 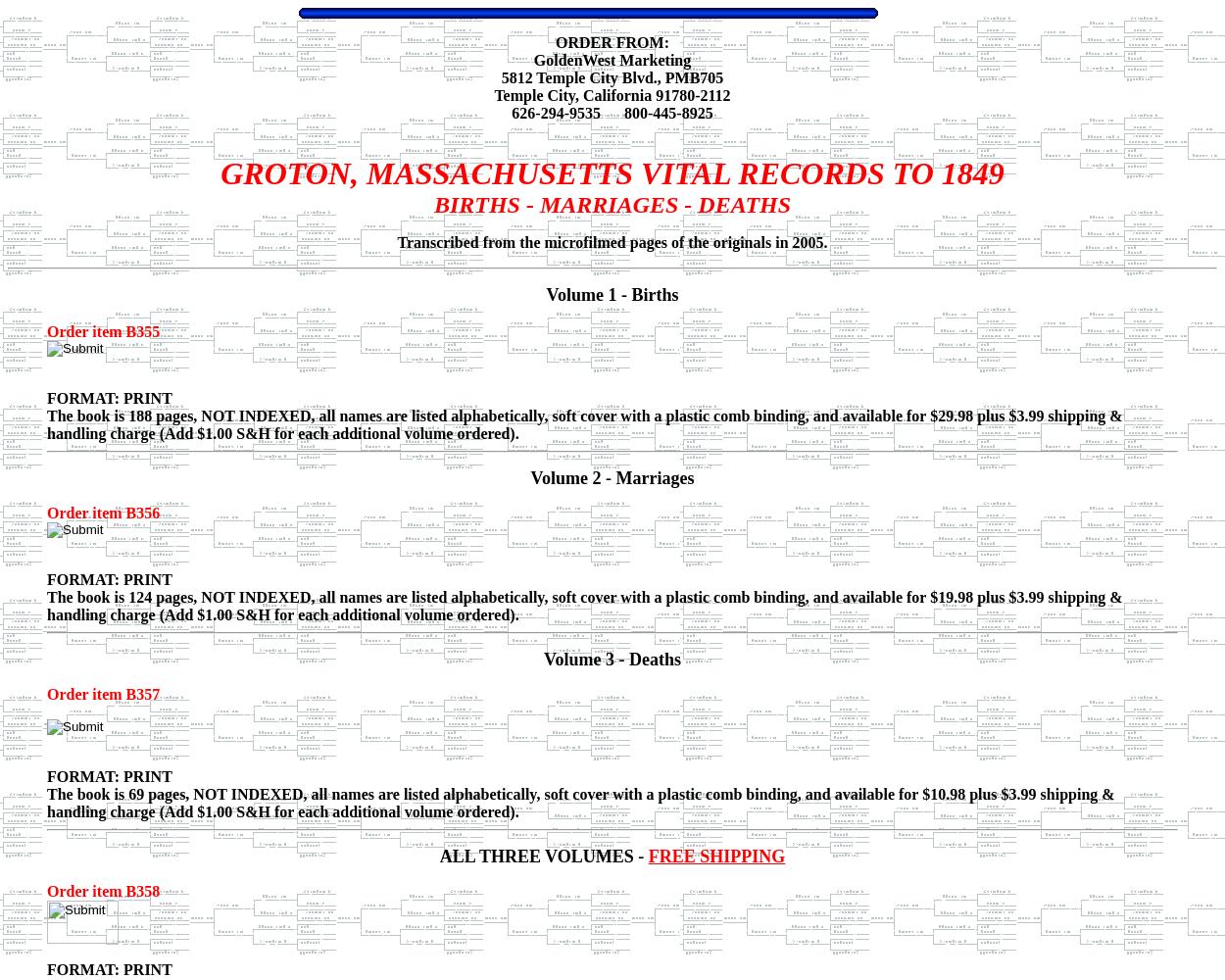 What do you see at coordinates (102, 330) in the screenshot?
I see `'Order item B355'` at bounding box center [102, 330].